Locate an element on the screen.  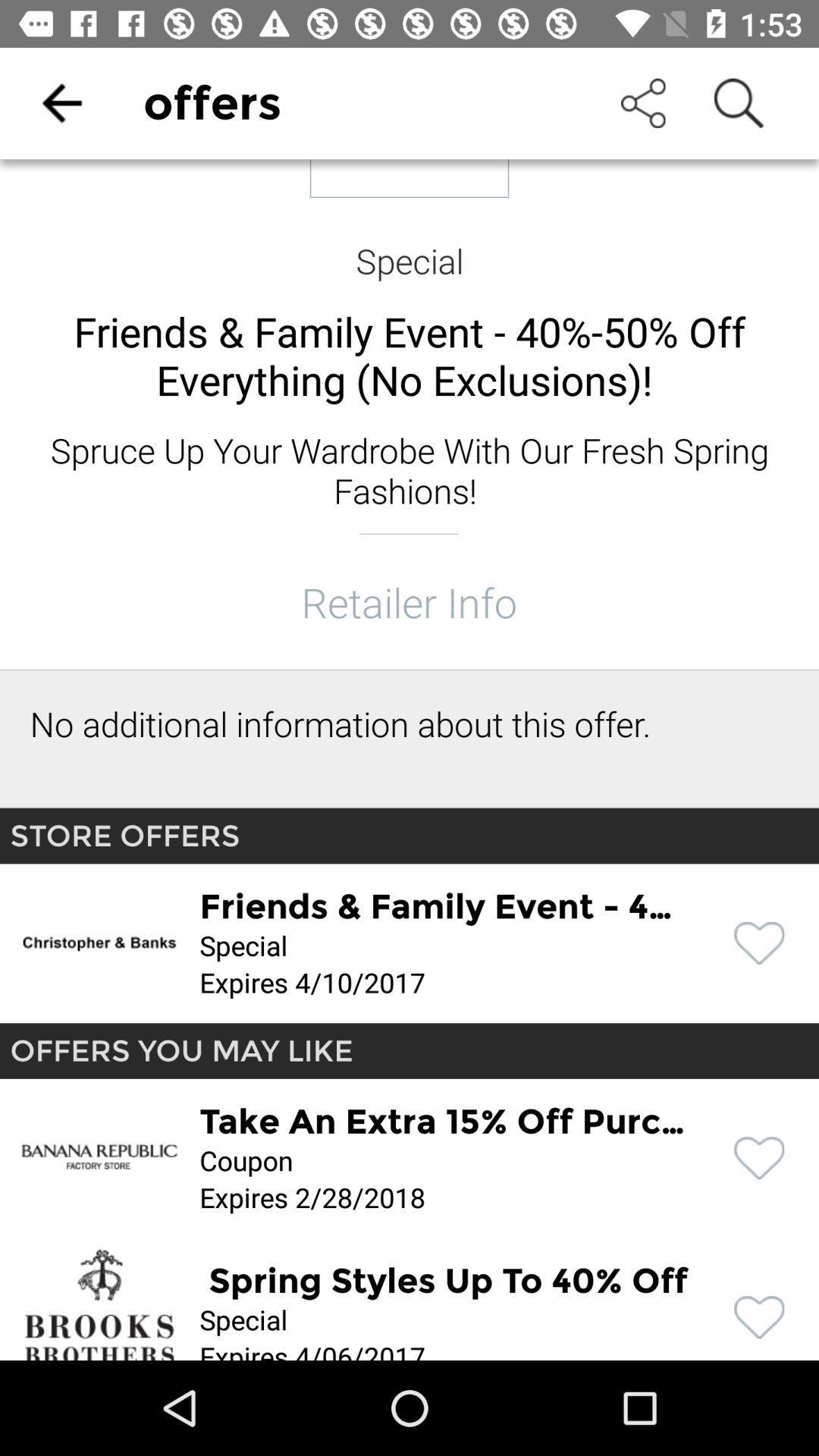
the retailer info item is located at coordinates (408, 601).